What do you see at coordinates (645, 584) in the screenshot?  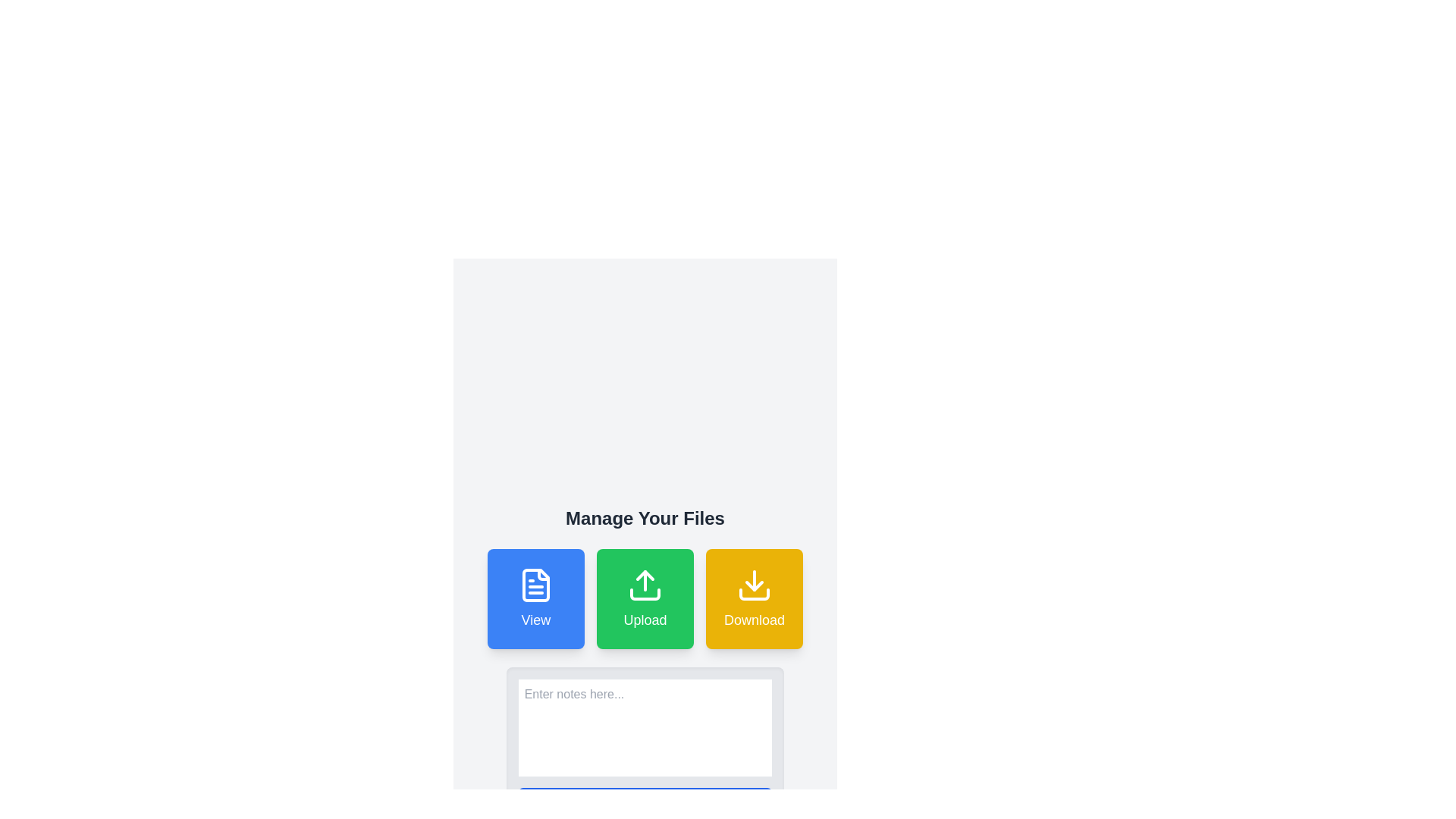 I see `the green upload icon, which features an upward-facing arrow above a tray, located in the second button labeled 'Upload' below the 'Manage Your Files' header` at bounding box center [645, 584].